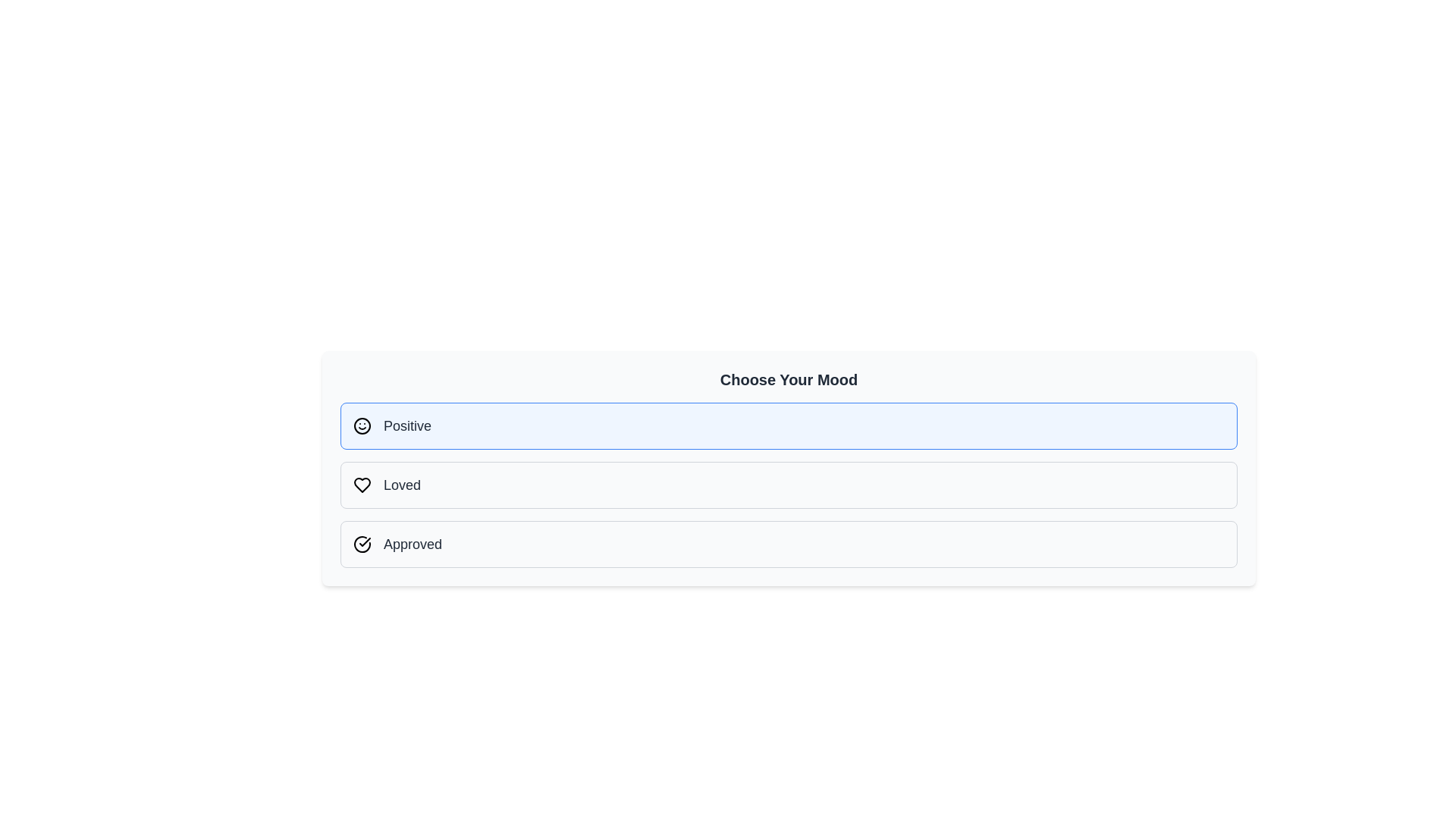 The width and height of the screenshot is (1456, 819). What do you see at coordinates (789, 543) in the screenshot?
I see `the third selectable list item labeled 'Approved'` at bounding box center [789, 543].